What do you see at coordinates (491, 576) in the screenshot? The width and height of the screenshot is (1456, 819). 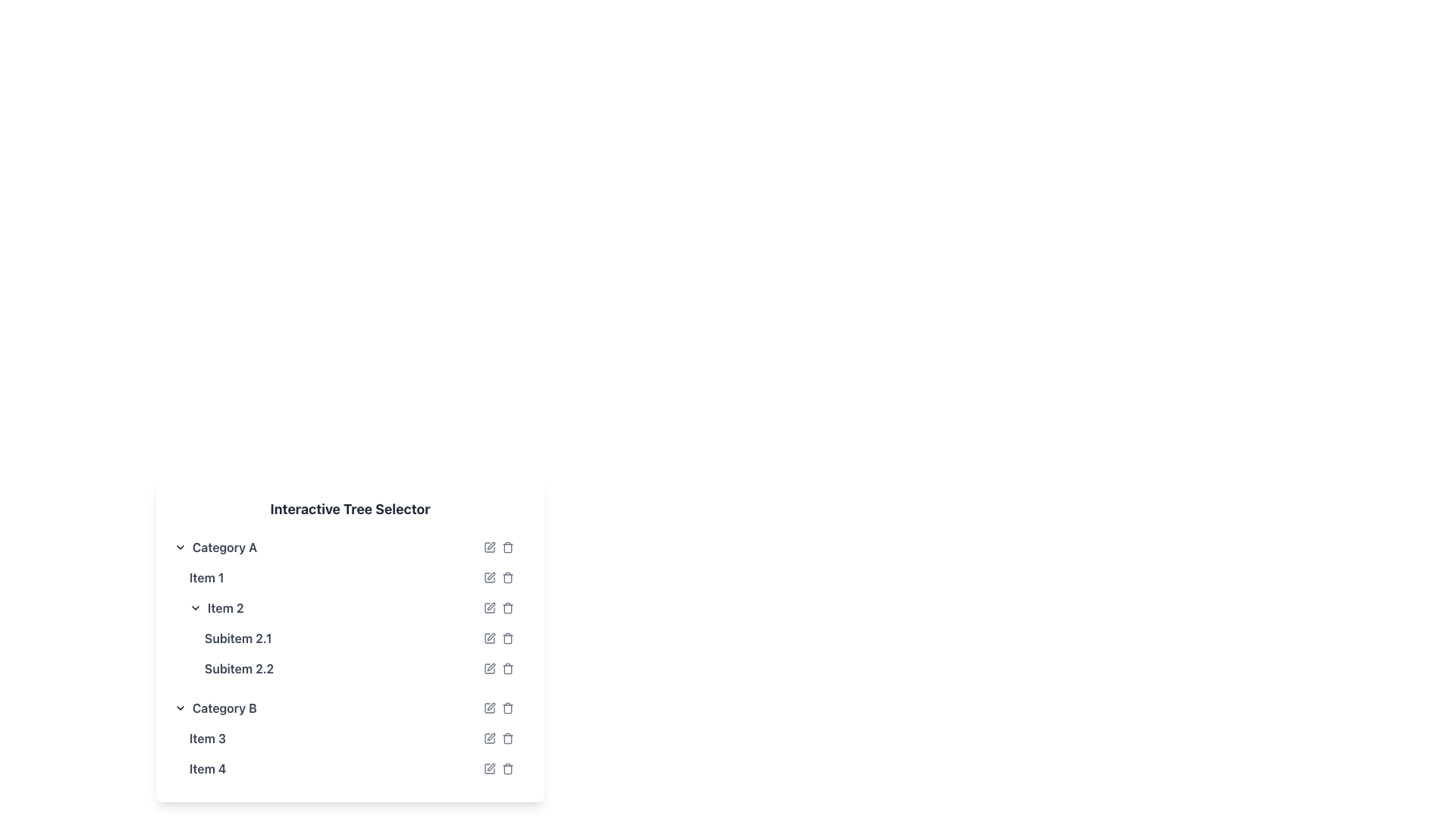 I see `the pencil icon representing the edit functionality for 'Item 1'` at bounding box center [491, 576].